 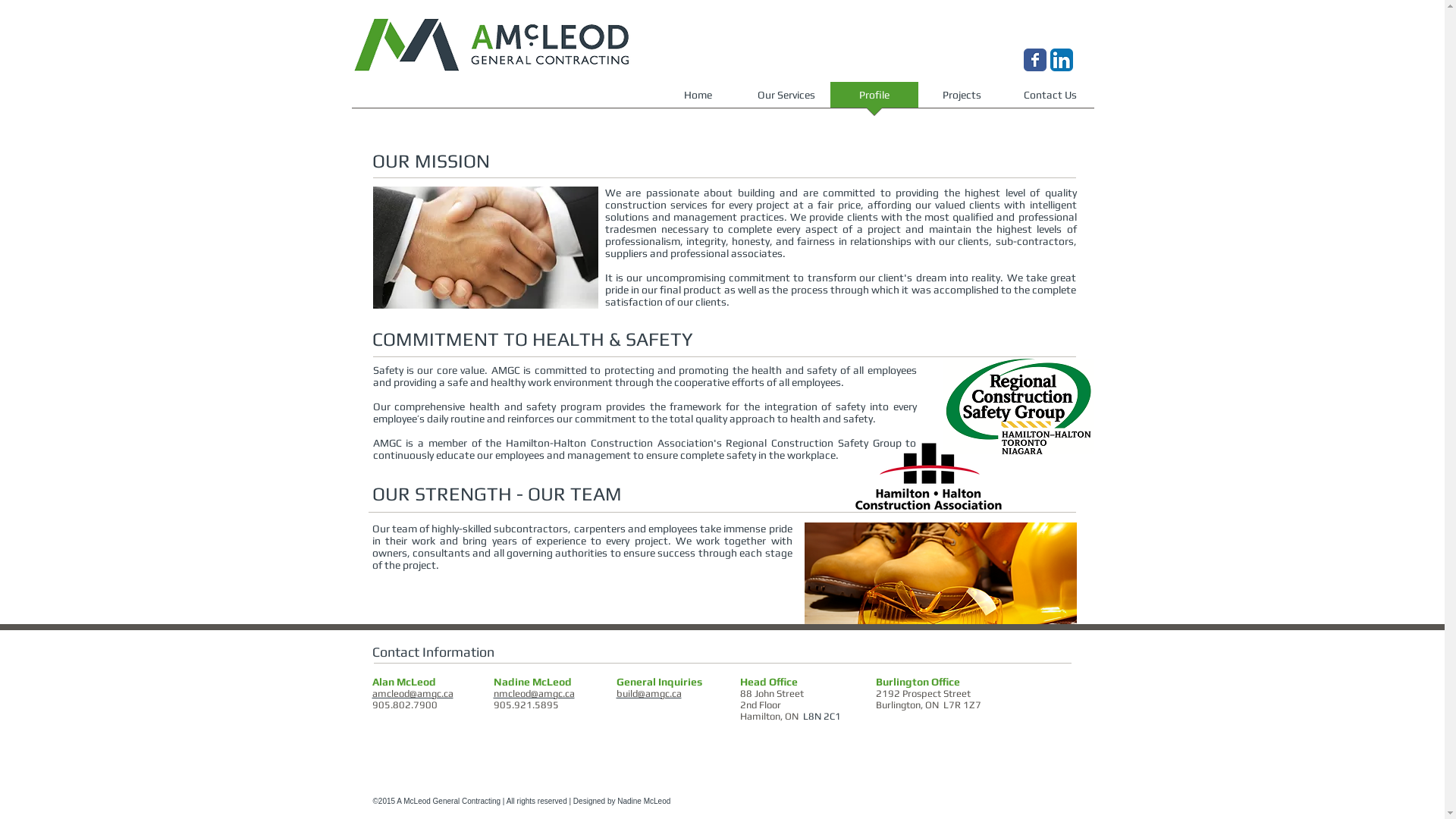 What do you see at coordinates (412, 693) in the screenshot?
I see `'amcleod@amgc.ca'` at bounding box center [412, 693].